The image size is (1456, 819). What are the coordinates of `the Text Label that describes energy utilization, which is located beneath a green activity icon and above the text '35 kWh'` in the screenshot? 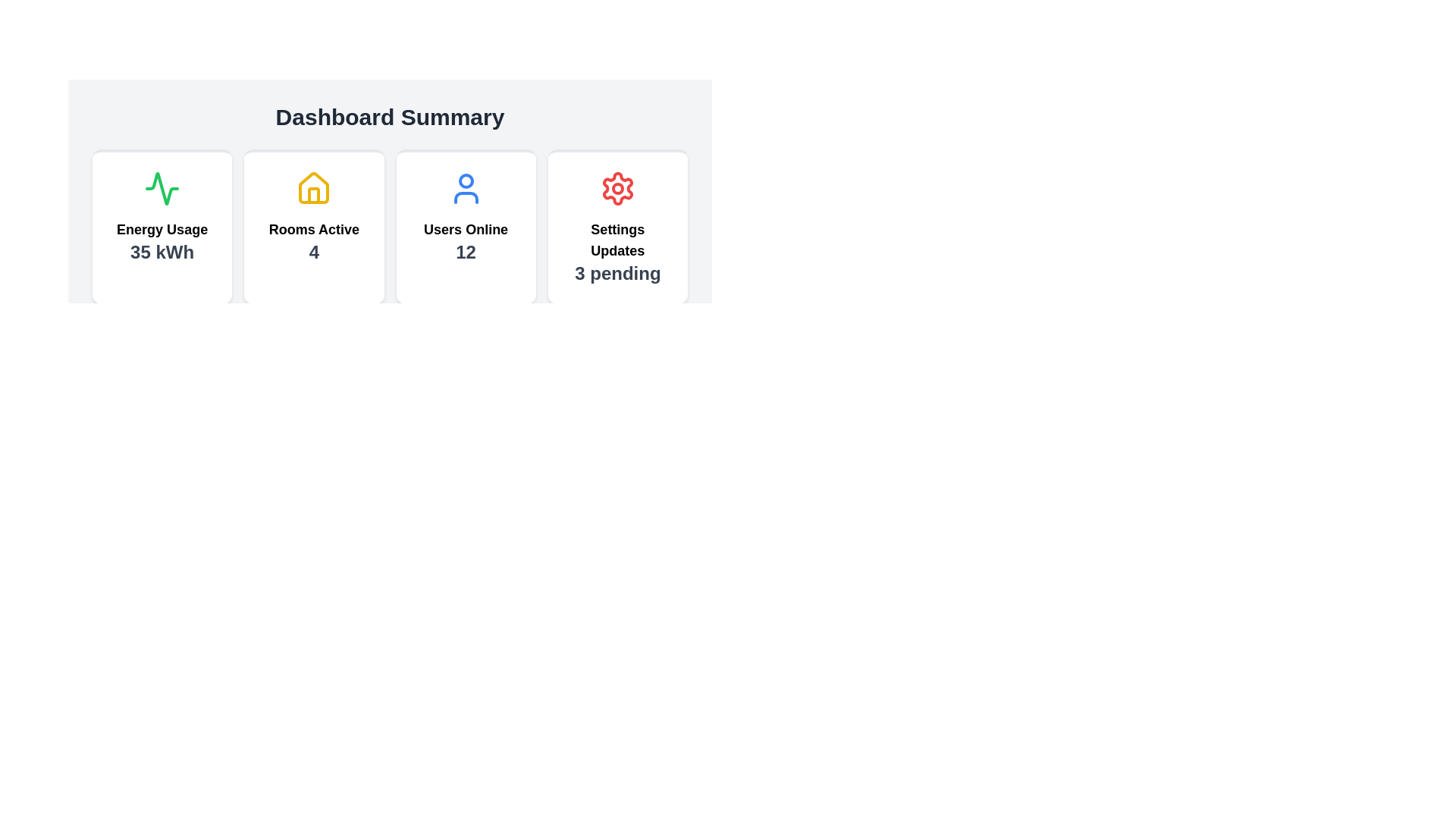 It's located at (162, 230).